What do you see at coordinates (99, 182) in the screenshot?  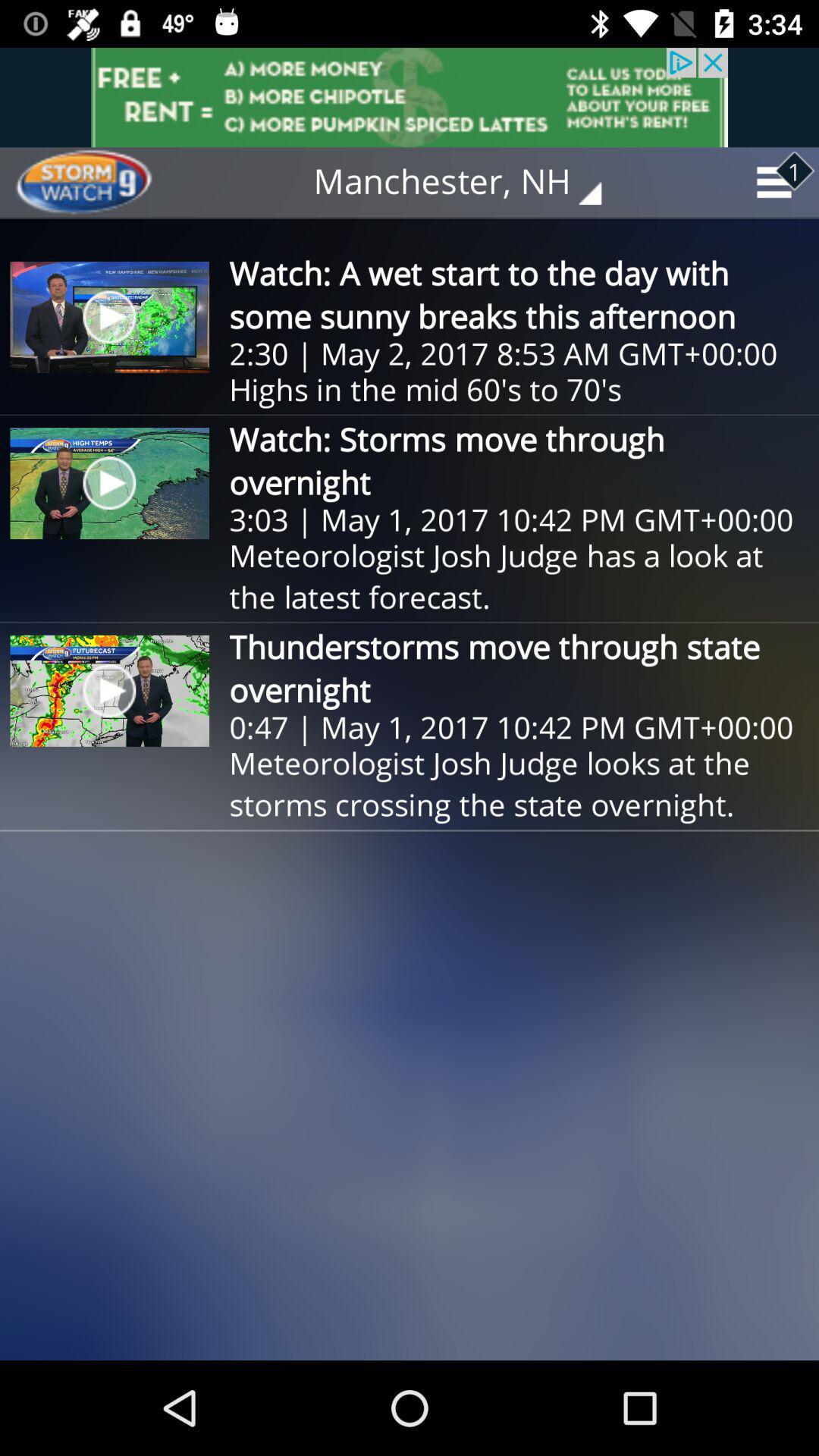 I see `icon to the left of the manchester, nh item` at bounding box center [99, 182].